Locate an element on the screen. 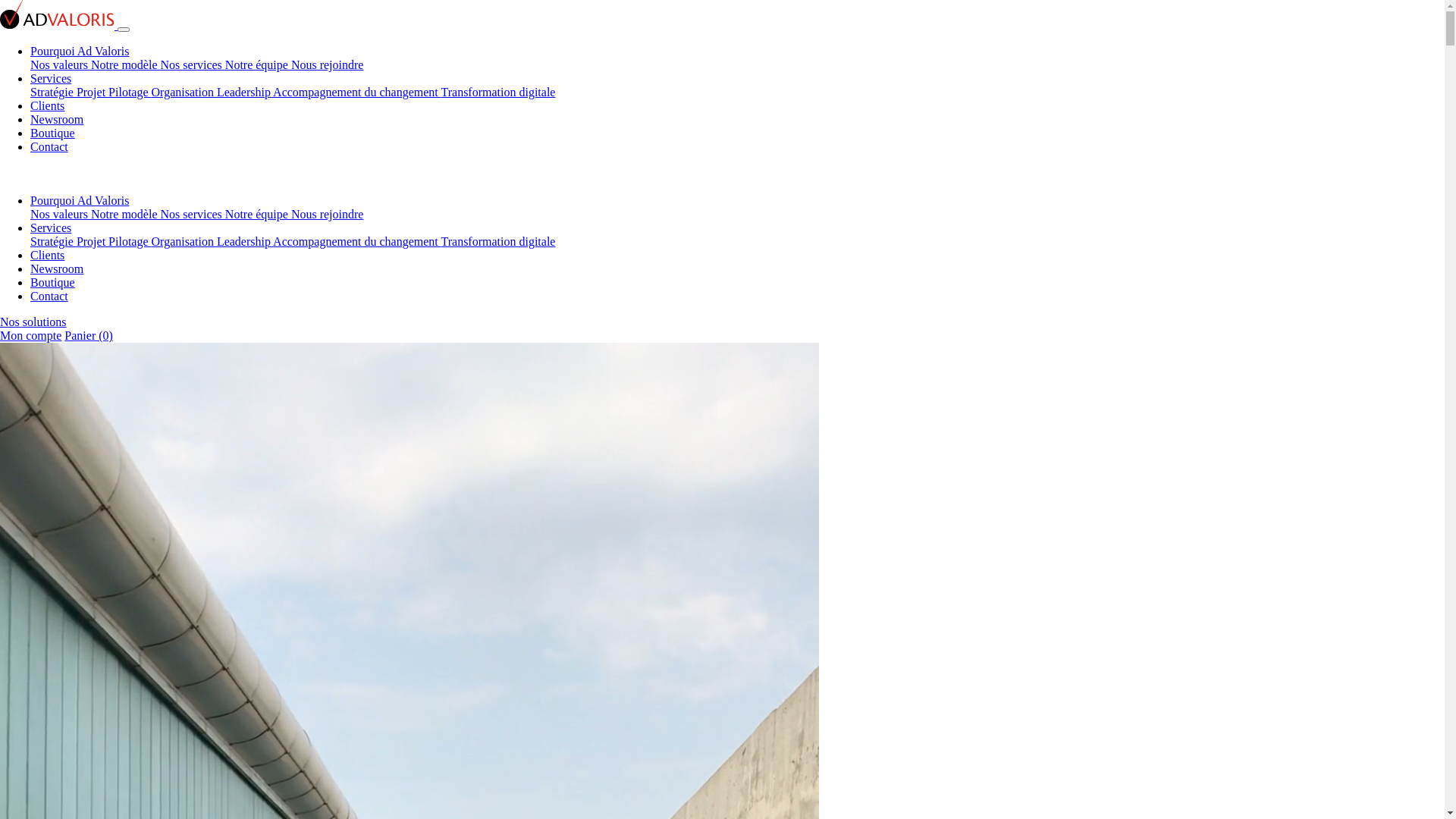 The height and width of the screenshot is (819, 1456). 'Services' is located at coordinates (51, 227).